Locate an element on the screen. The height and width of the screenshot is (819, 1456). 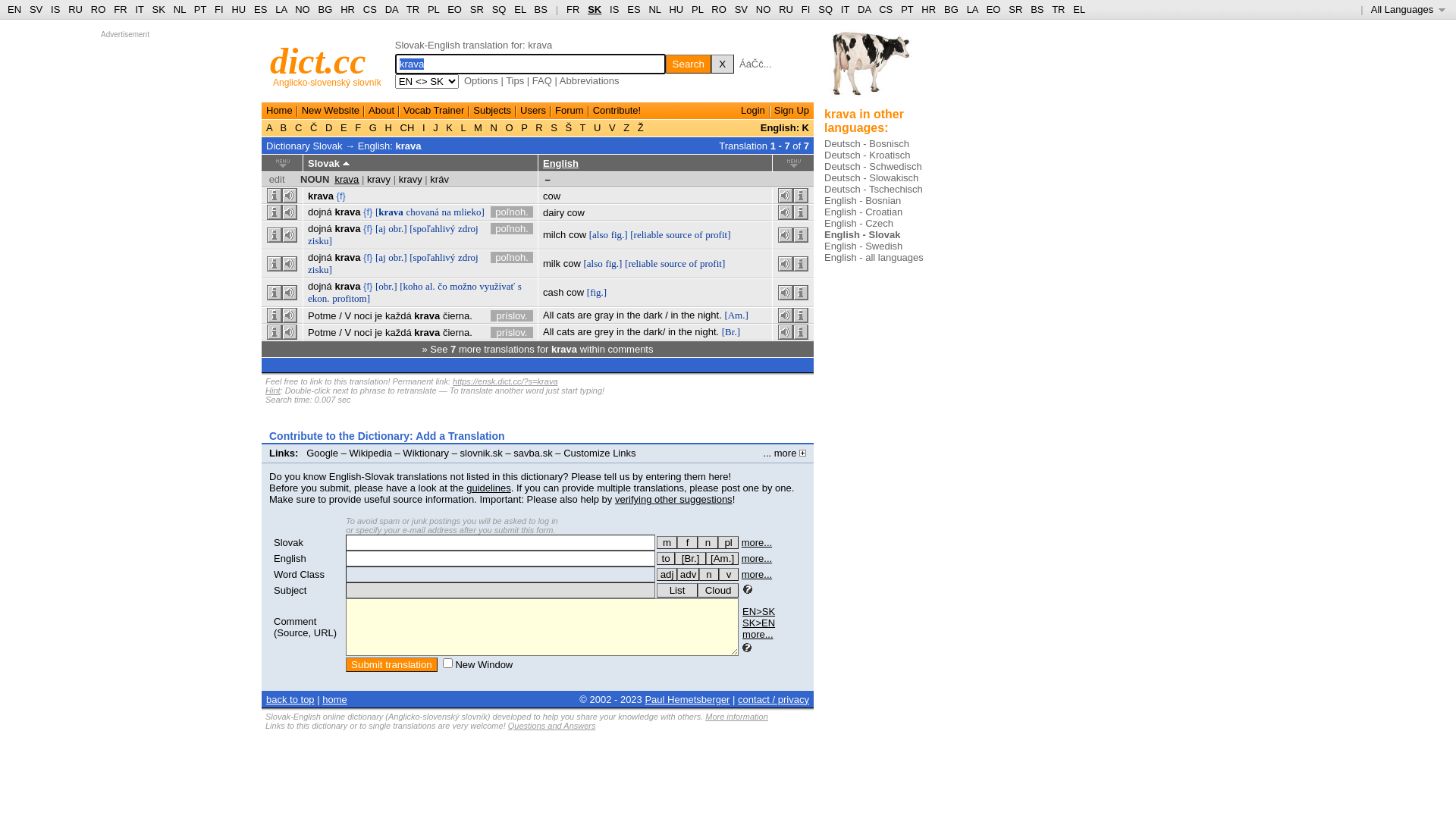
'Options' is located at coordinates (480, 80).